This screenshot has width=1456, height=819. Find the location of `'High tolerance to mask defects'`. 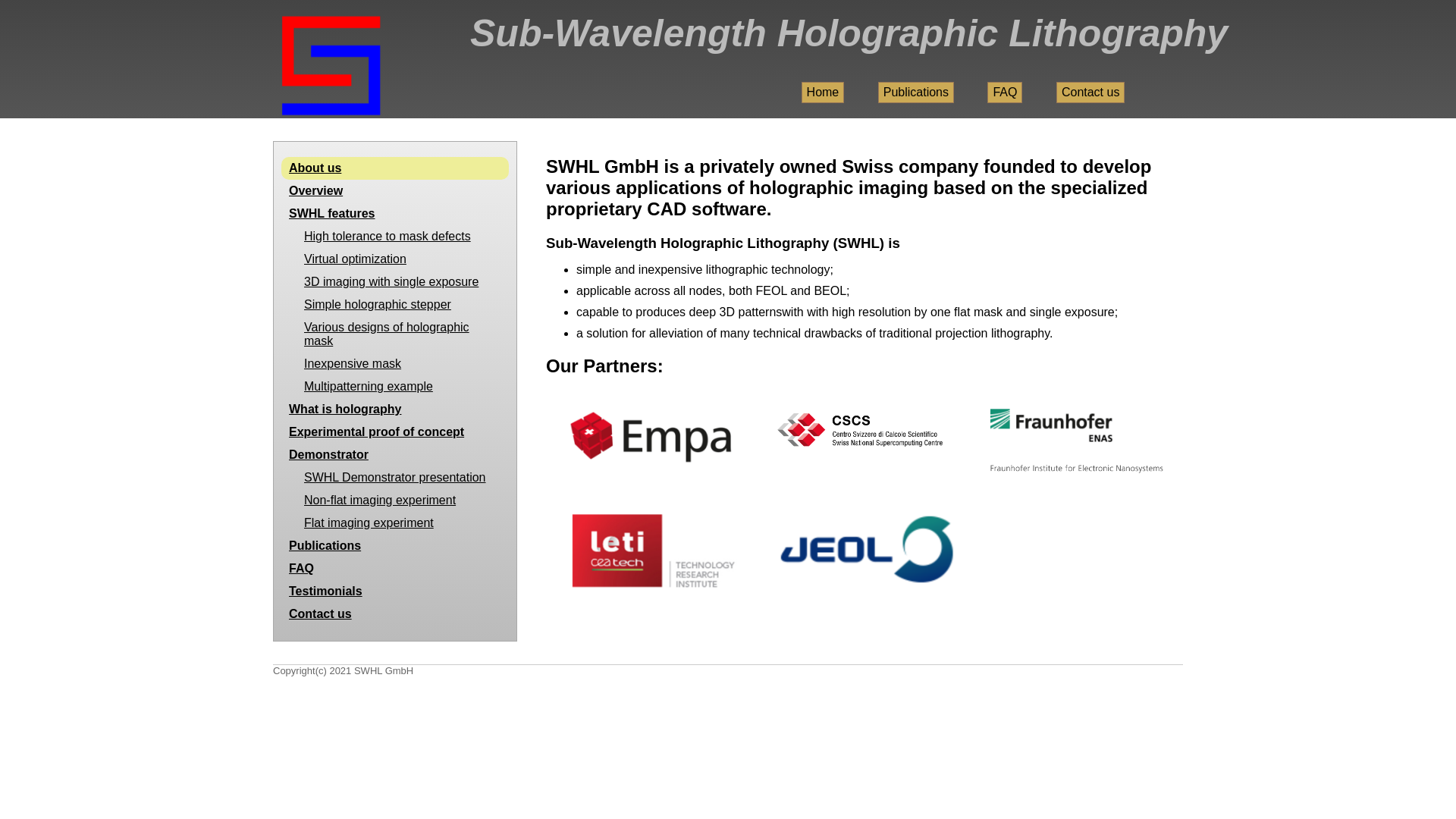

'High tolerance to mask defects' is located at coordinates (395, 237).